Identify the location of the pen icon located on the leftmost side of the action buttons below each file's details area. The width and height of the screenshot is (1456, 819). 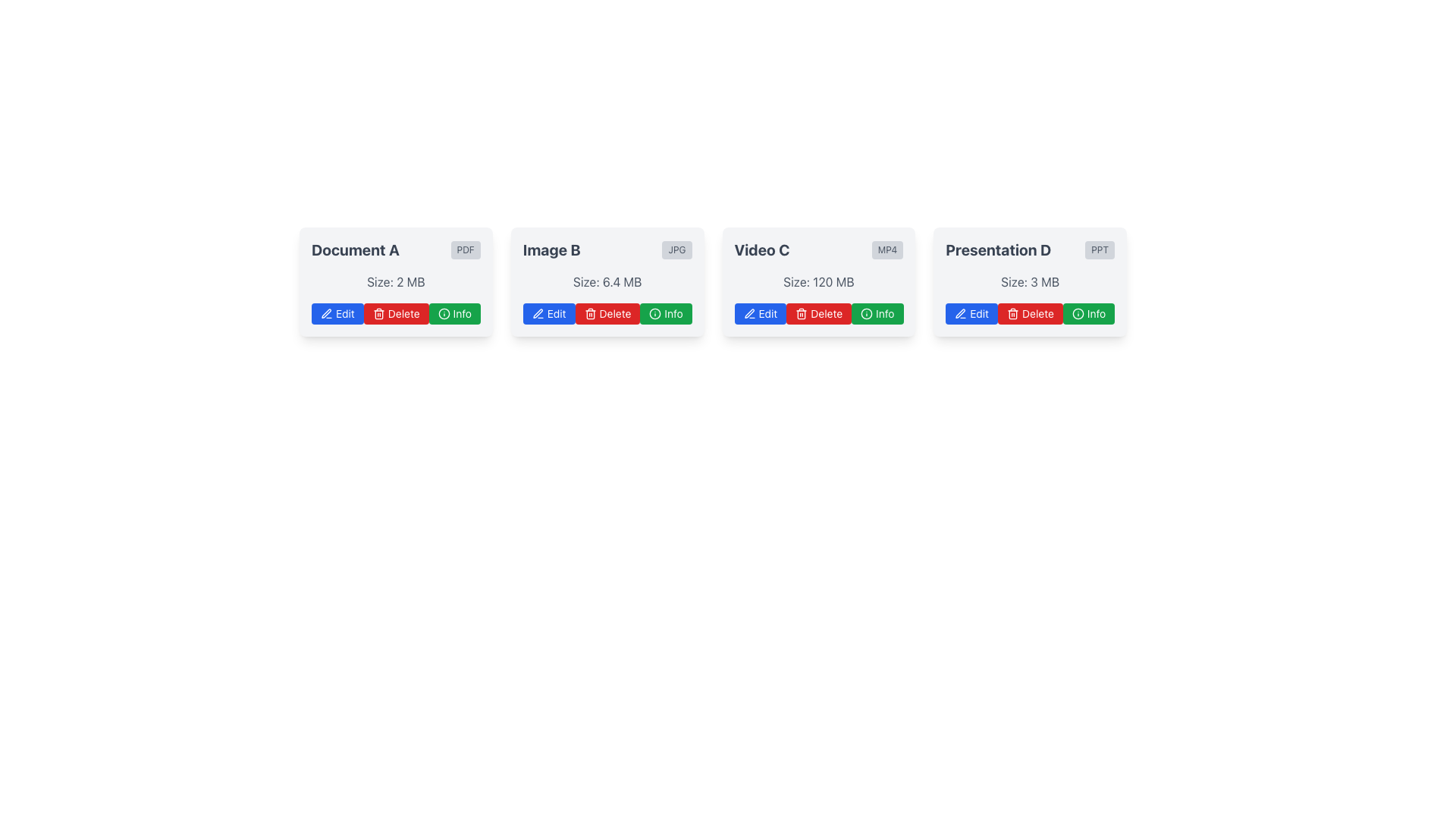
(749, 312).